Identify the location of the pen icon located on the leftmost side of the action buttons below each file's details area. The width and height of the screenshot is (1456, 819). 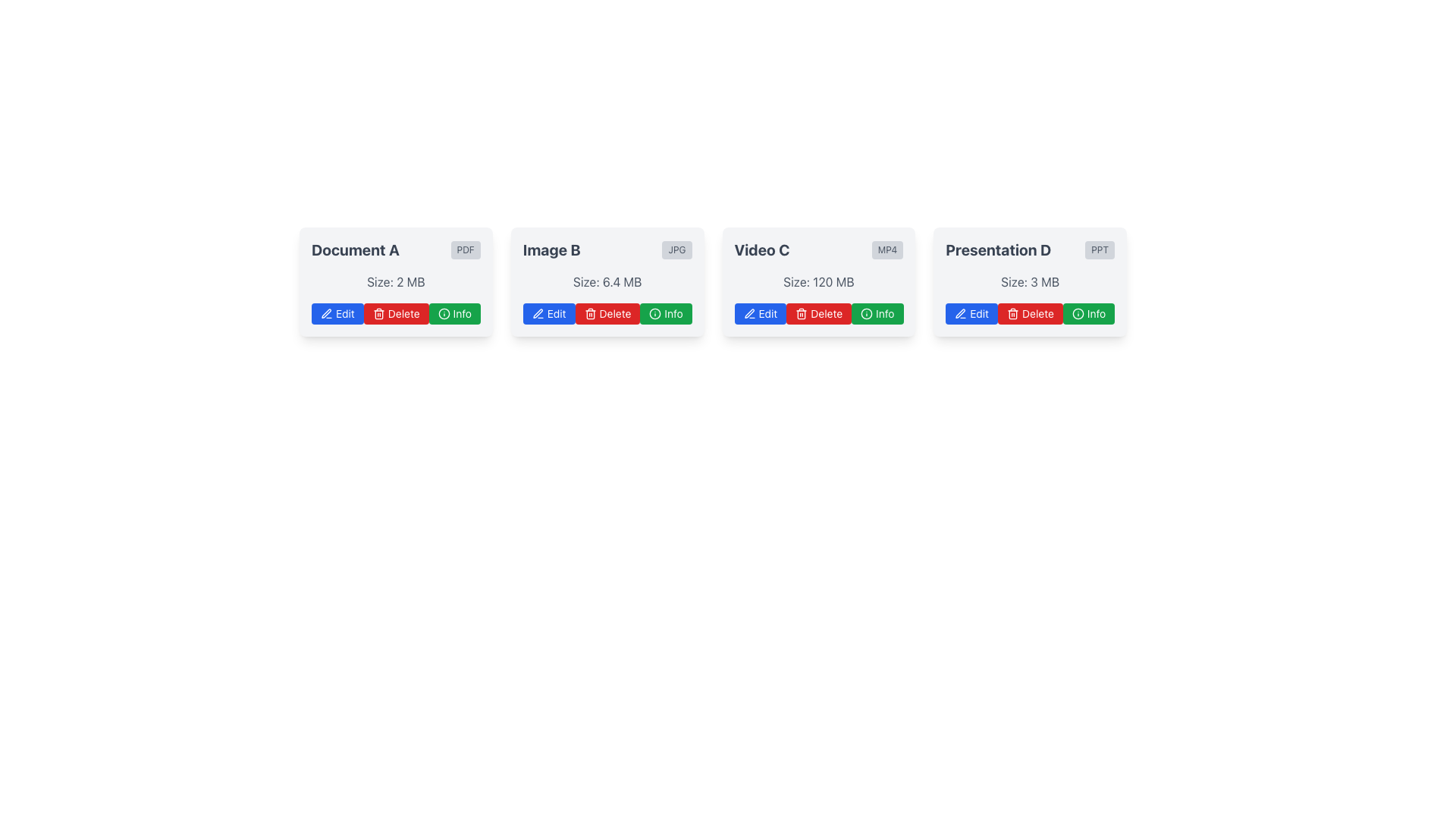
(749, 312).